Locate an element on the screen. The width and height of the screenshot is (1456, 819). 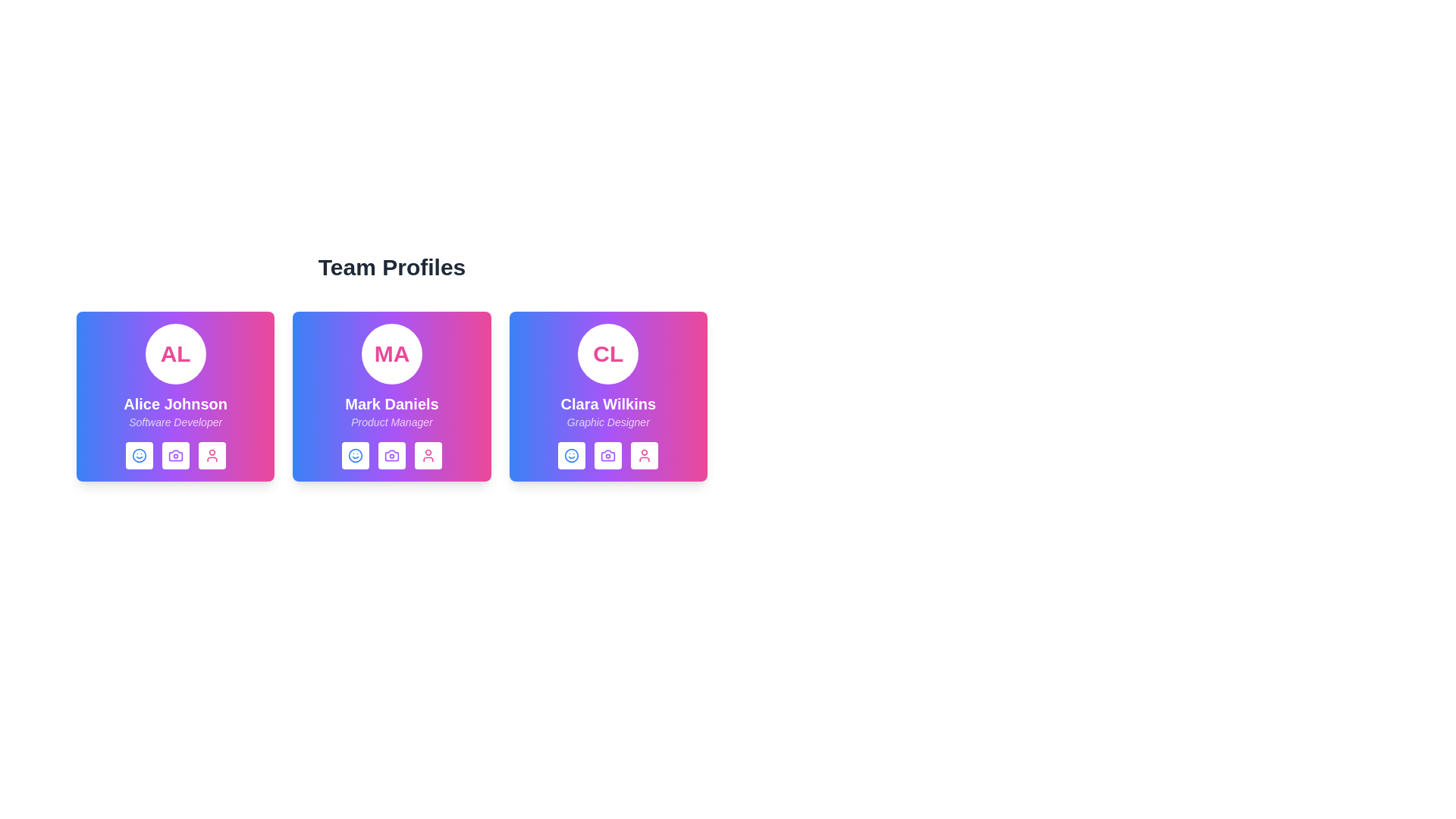
the rounded rectangular button with a white background and pink borders, containing a pink user silhouette icon, located within the 'Mark Daniels - Product Manager' card, specifically the third button in a row of three is located at coordinates (428, 455).